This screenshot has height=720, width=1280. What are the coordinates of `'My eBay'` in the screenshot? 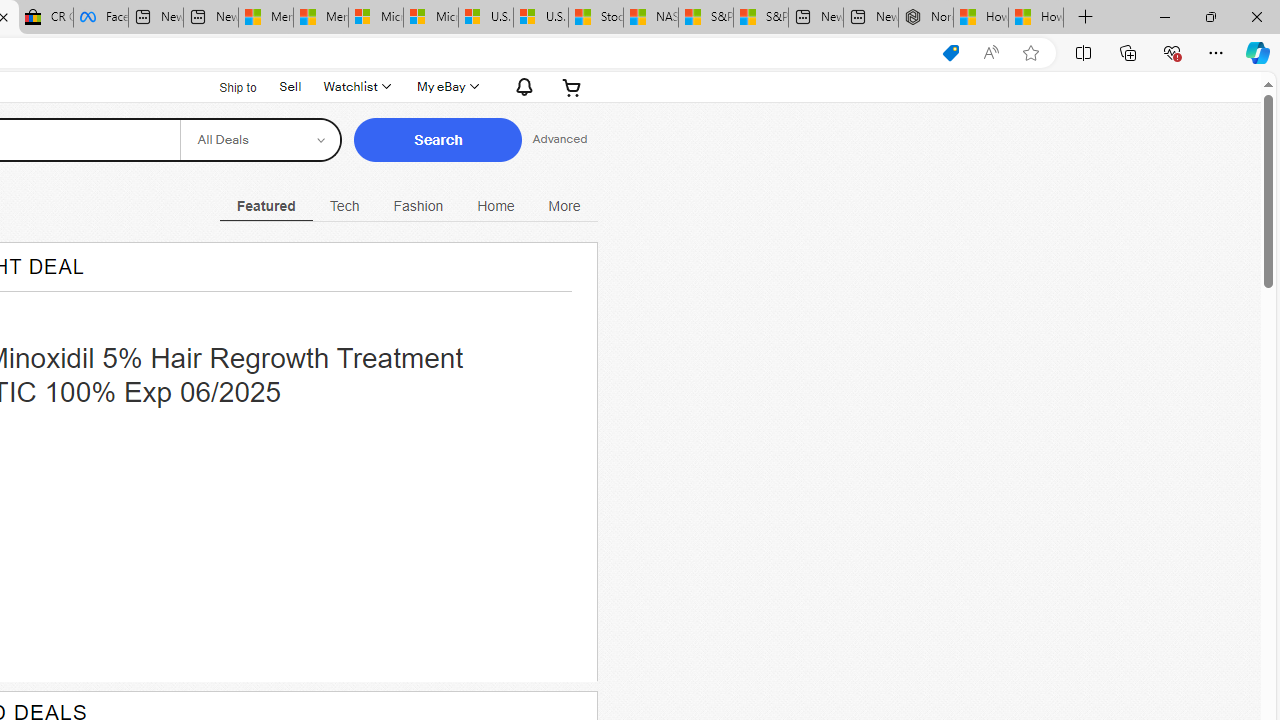 It's located at (445, 86).